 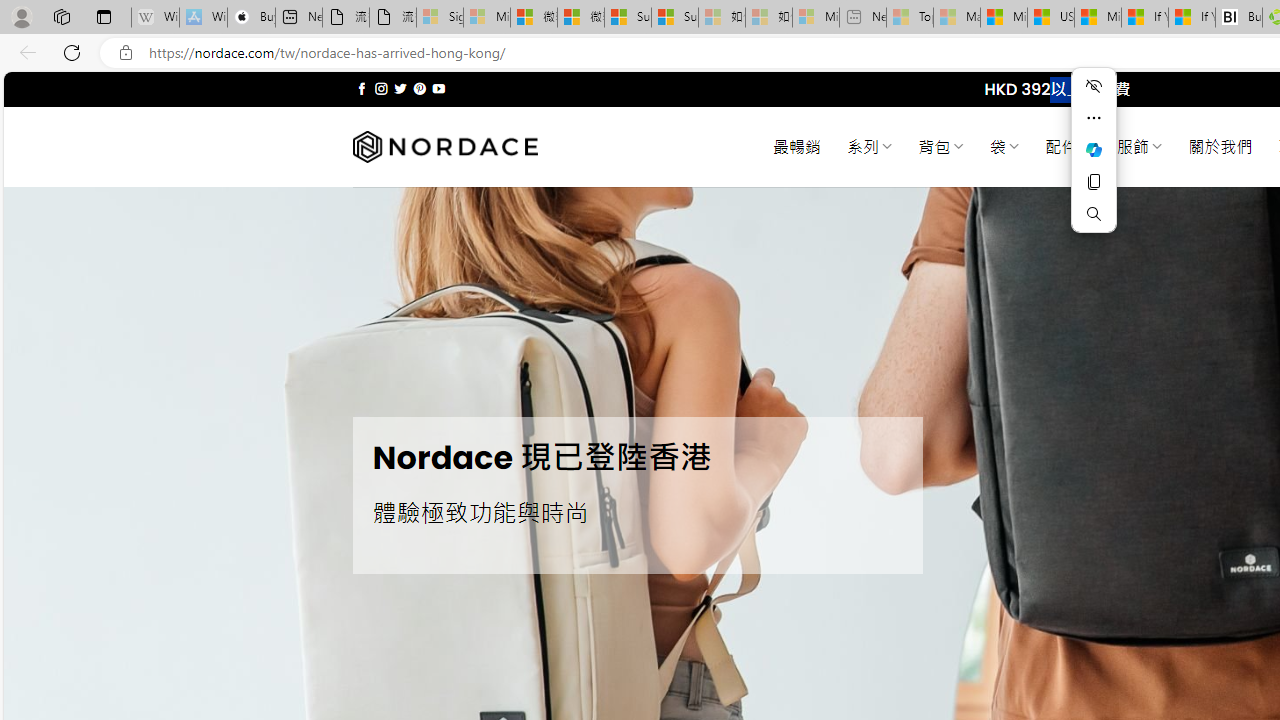 What do you see at coordinates (815, 17) in the screenshot?
I see `'Microsoft account | Account Checkup - Sleeping'` at bounding box center [815, 17].